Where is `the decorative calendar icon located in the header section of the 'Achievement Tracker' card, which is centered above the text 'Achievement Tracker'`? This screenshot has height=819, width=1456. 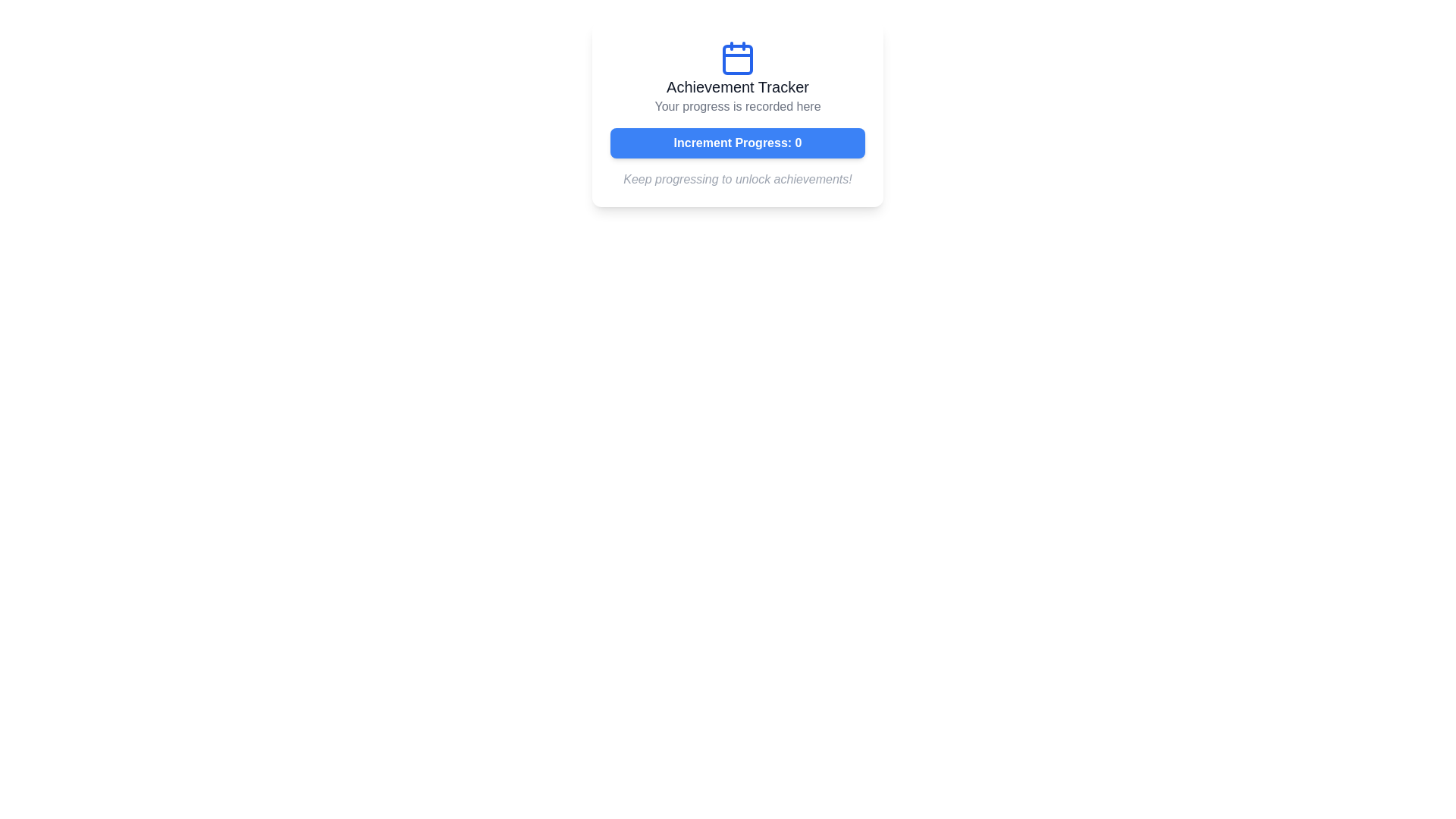 the decorative calendar icon located in the header section of the 'Achievement Tracker' card, which is centered above the text 'Achievement Tracker' is located at coordinates (738, 58).